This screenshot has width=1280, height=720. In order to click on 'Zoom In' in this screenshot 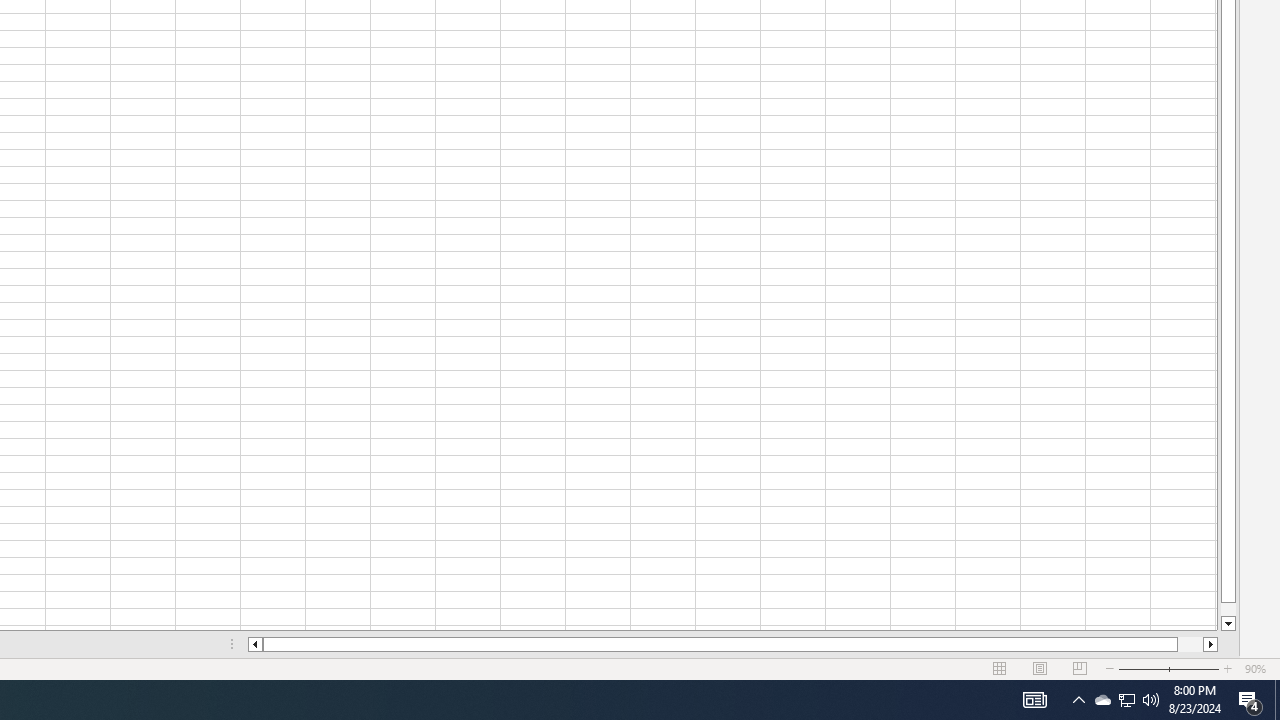, I will do `click(1226, 669)`.